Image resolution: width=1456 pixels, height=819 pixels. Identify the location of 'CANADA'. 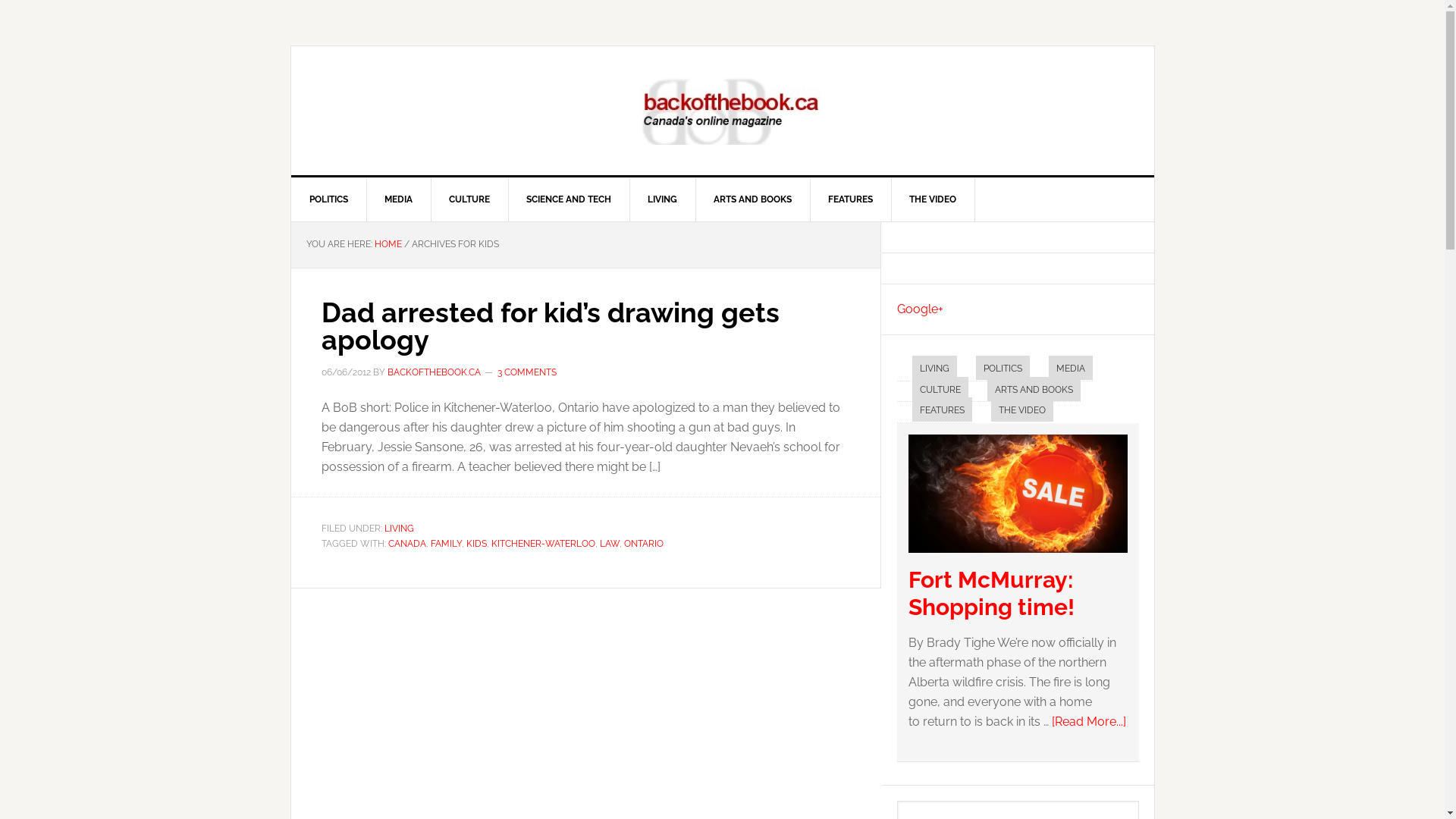
(407, 543).